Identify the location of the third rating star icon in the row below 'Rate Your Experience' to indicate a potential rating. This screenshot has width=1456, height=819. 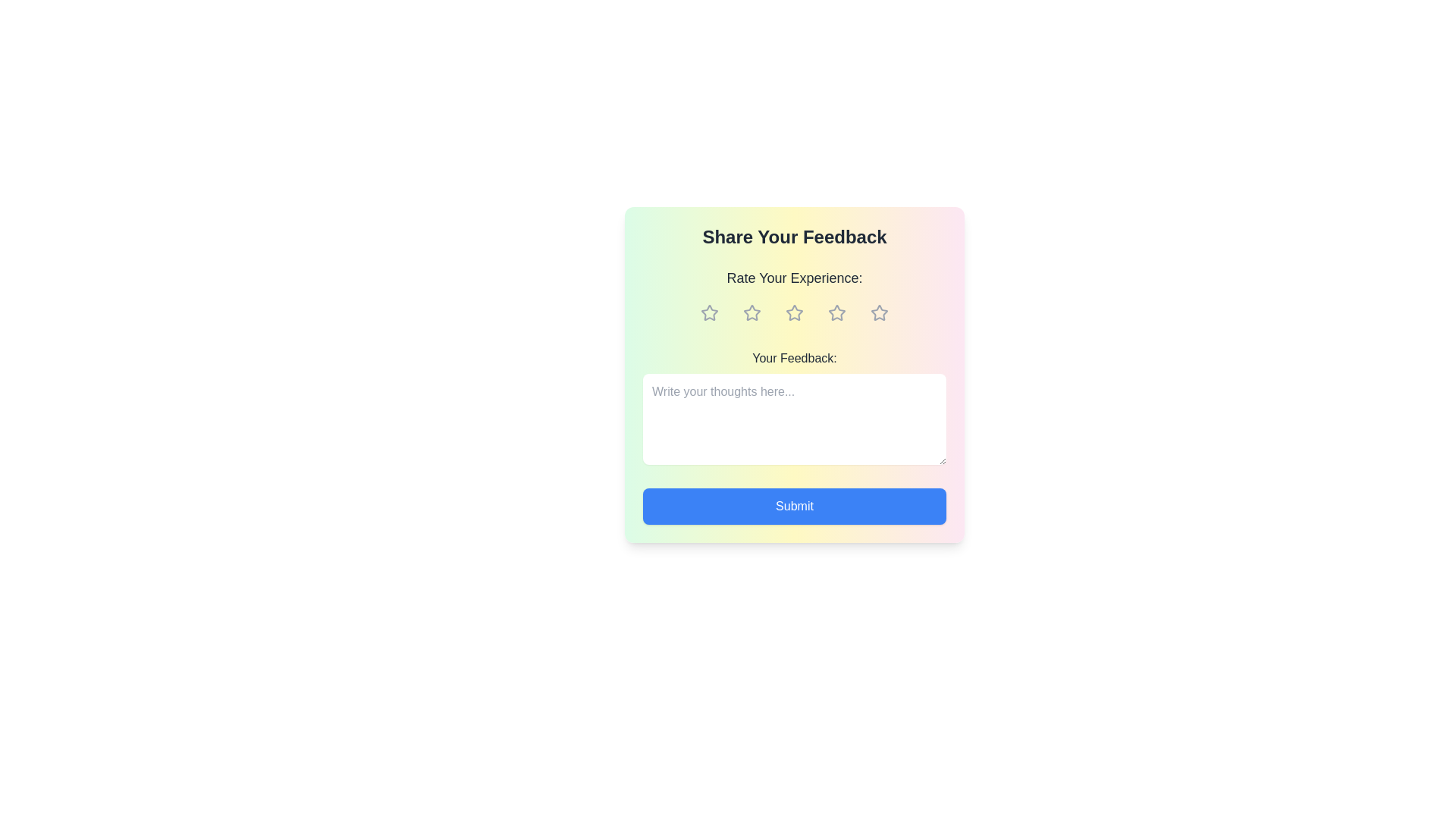
(793, 312).